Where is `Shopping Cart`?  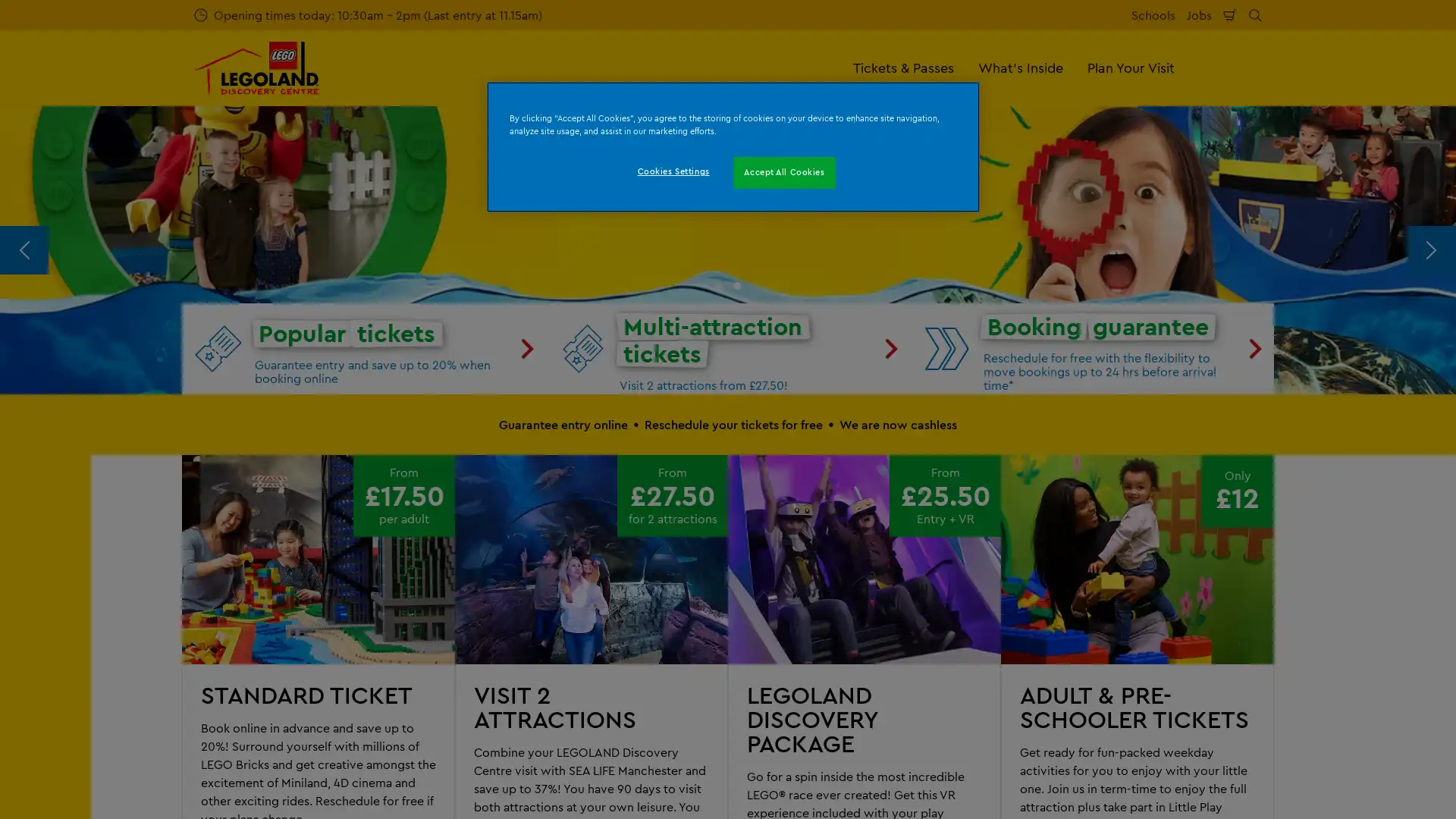
Shopping Cart is located at coordinates (1230, 14).